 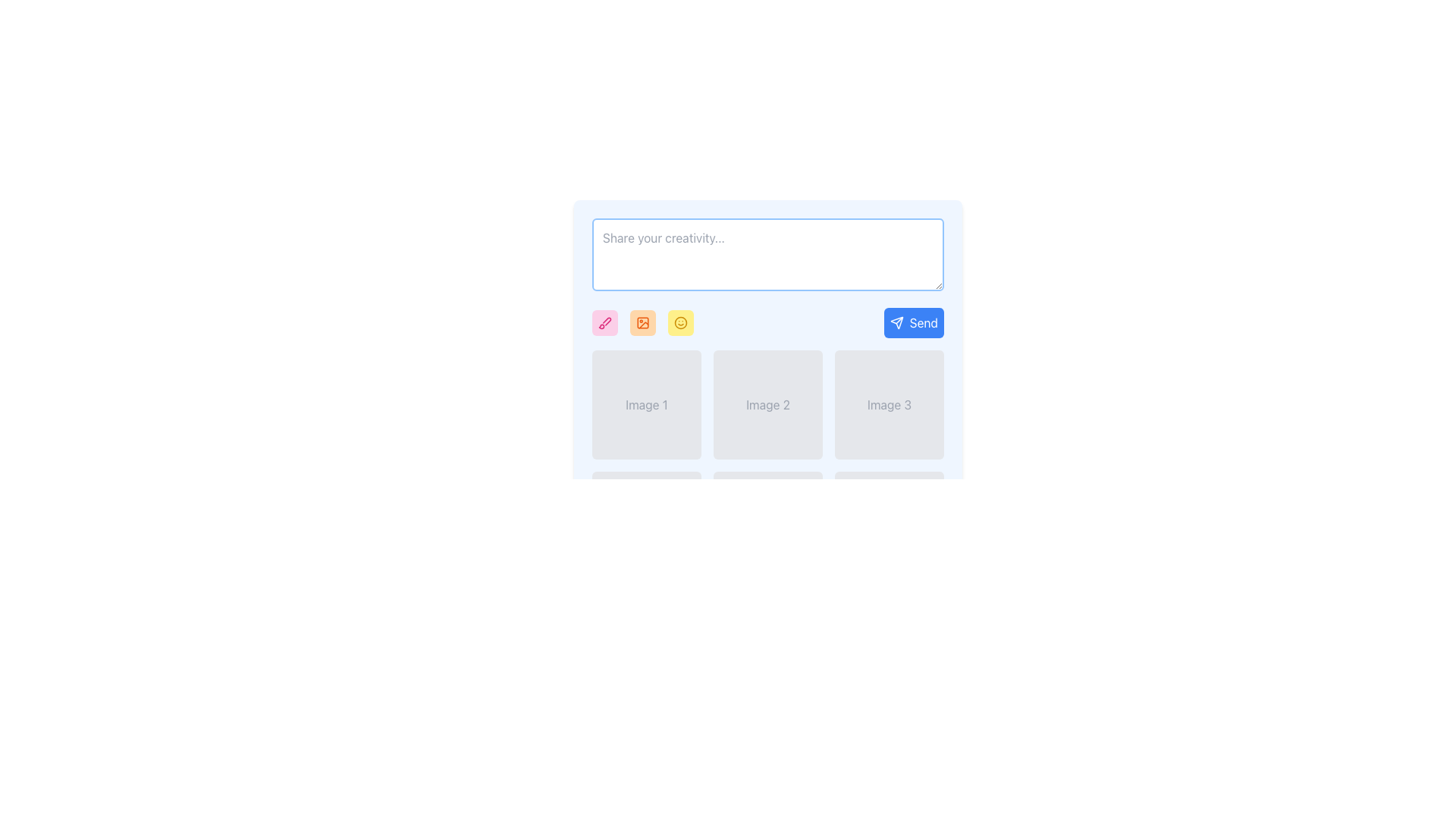 What do you see at coordinates (913, 322) in the screenshot?
I see `the 'Send' button, which is a rectangular button with rounded corners, blue background, and white text` at bounding box center [913, 322].